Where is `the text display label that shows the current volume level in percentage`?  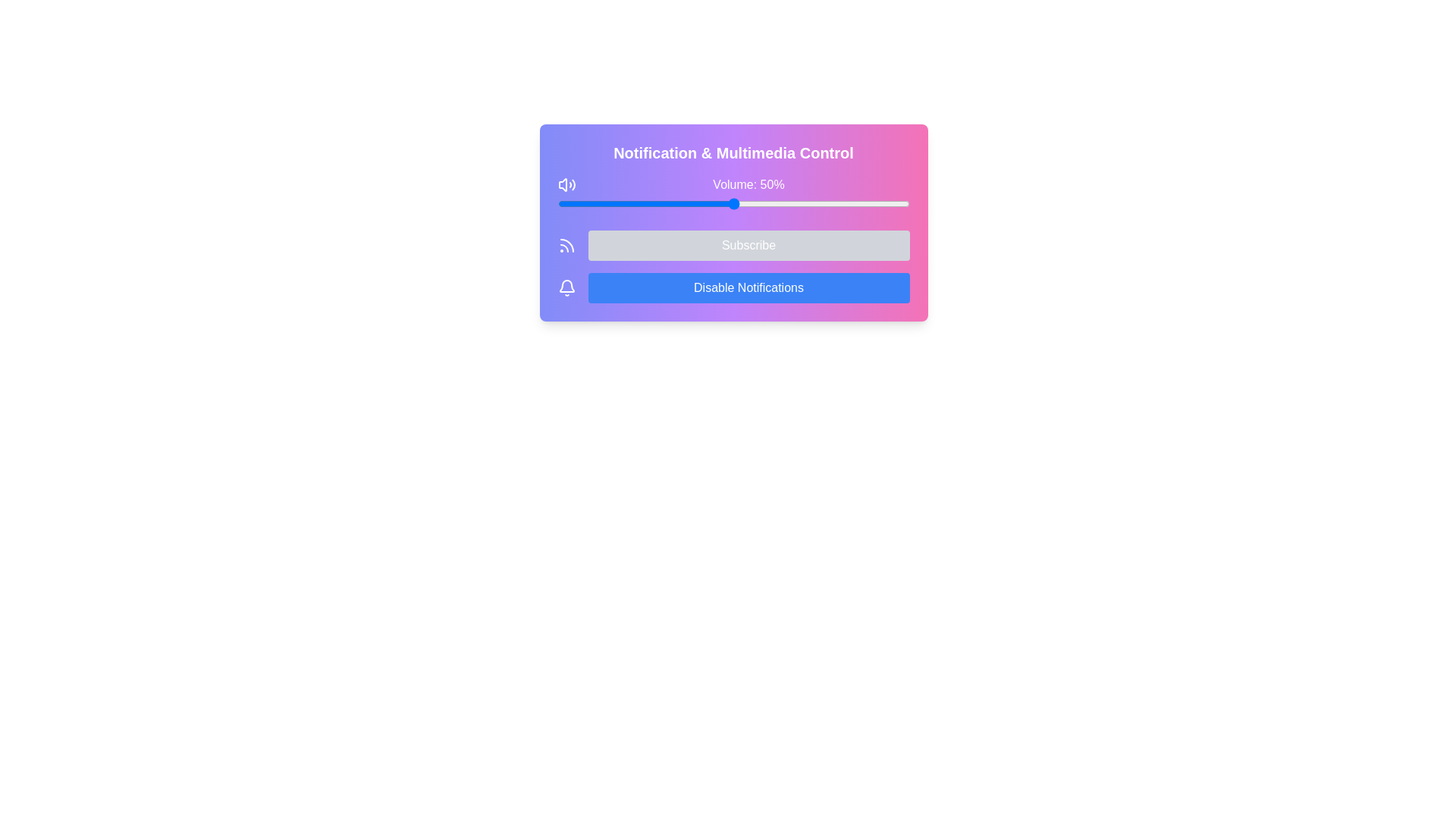 the text display label that shows the current volume level in percentage is located at coordinates (733, 184).